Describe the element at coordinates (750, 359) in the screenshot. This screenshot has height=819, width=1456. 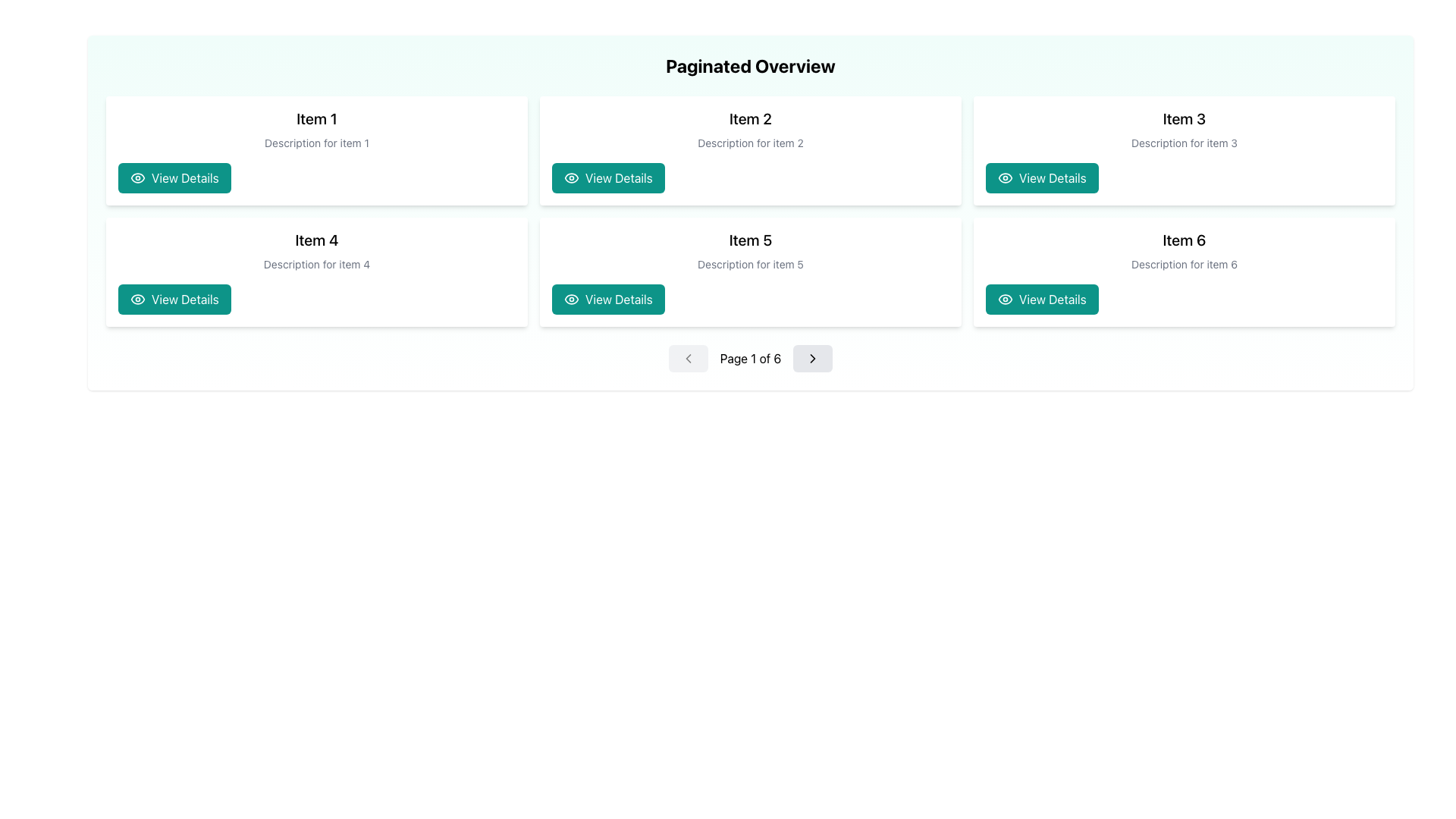
I see `the text label displaying 'Page 1 of 6' located centrally under the pagination toolbar` at that location.